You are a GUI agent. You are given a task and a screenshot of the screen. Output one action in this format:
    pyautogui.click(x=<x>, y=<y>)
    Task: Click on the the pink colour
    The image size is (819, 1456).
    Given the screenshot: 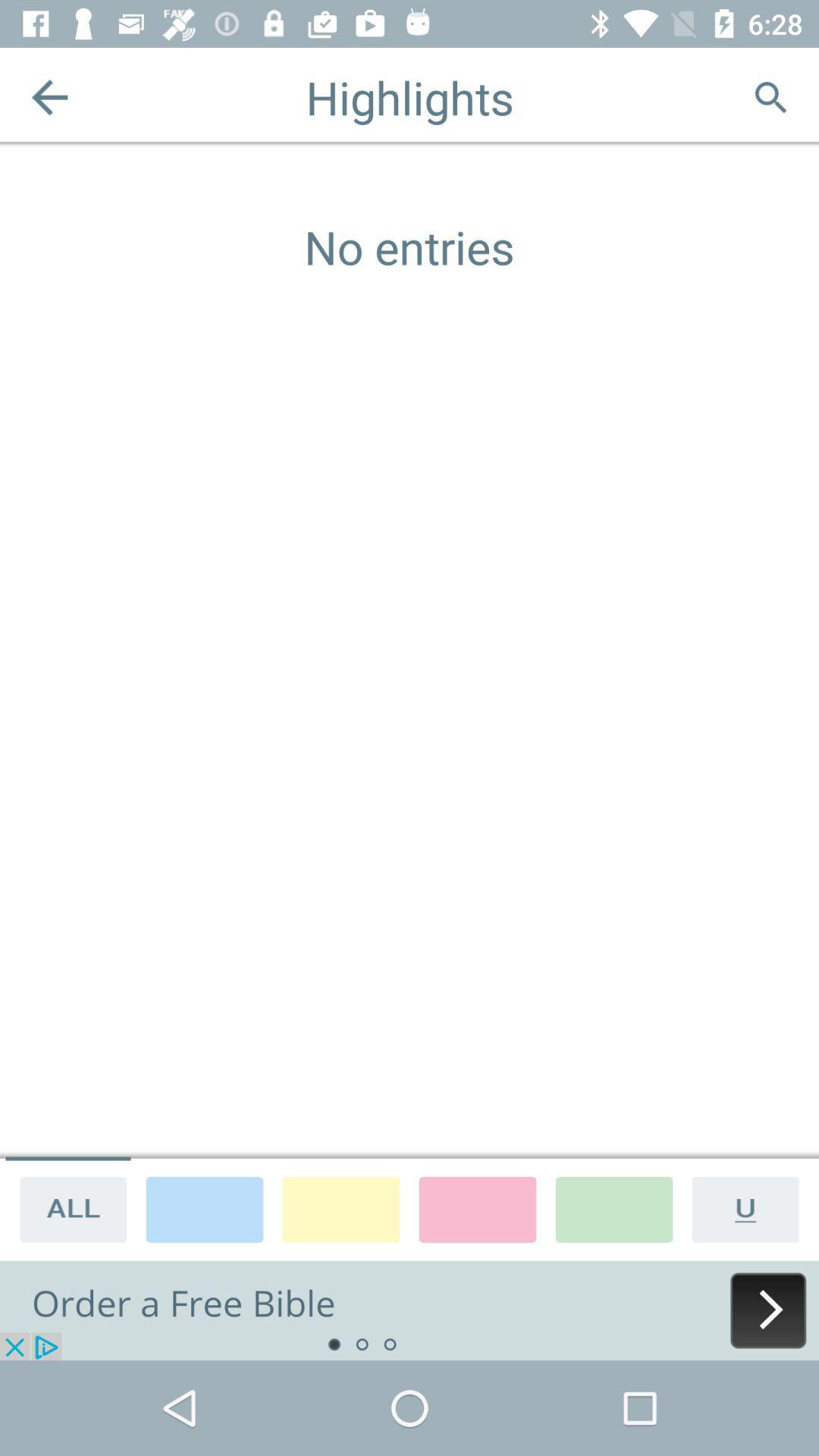 What is the action you would take?
    pyautogui.click(x=476, y=1208)
    